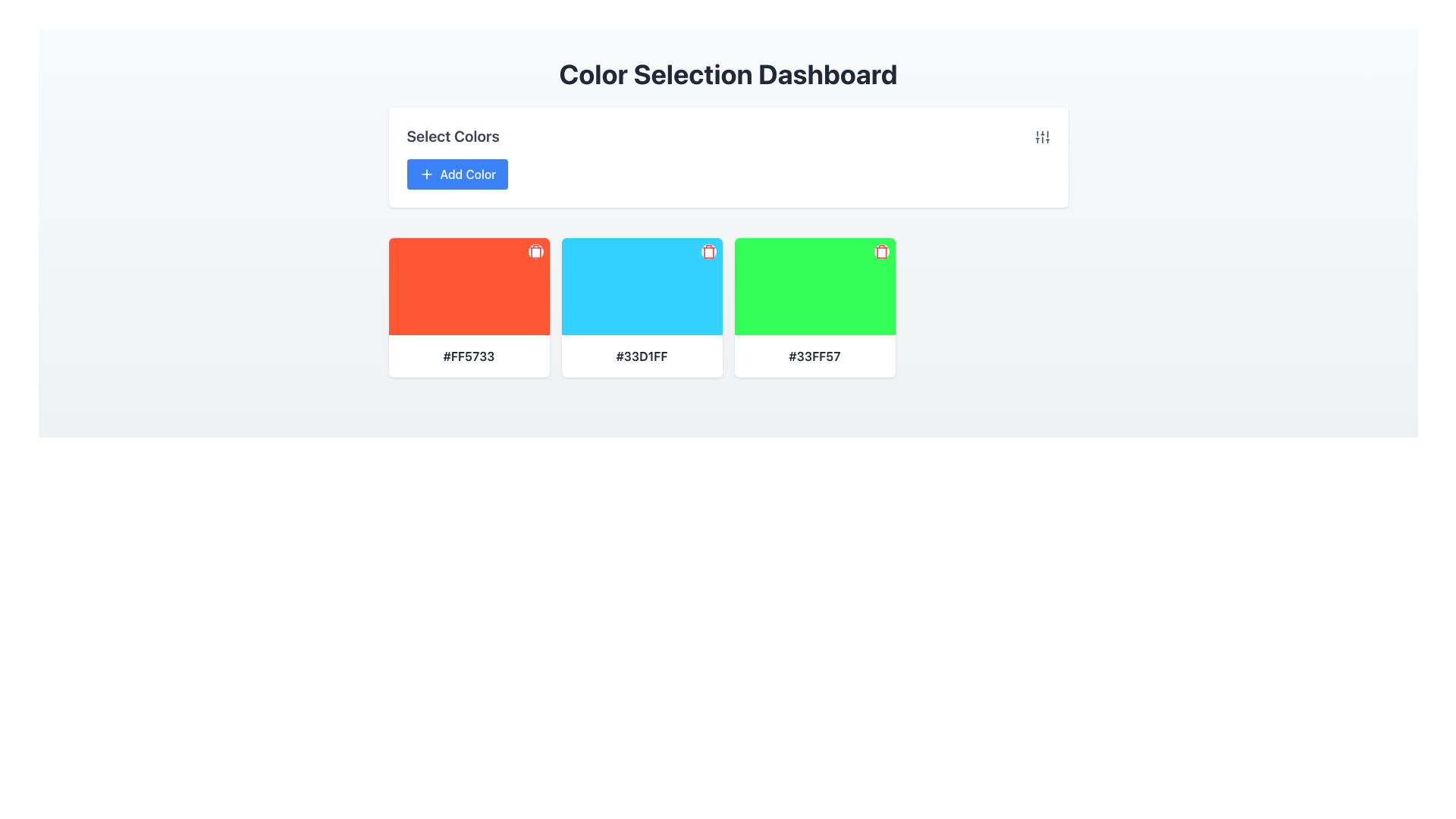 The height and width of the screenshot is (819, 1456). Describe the element at coordinates (728, 307) in the screenshot. I see `the buttons on the color cards in the color selection grid located in the central area of the user interface, below the 'Select Colors' heading` at that location.